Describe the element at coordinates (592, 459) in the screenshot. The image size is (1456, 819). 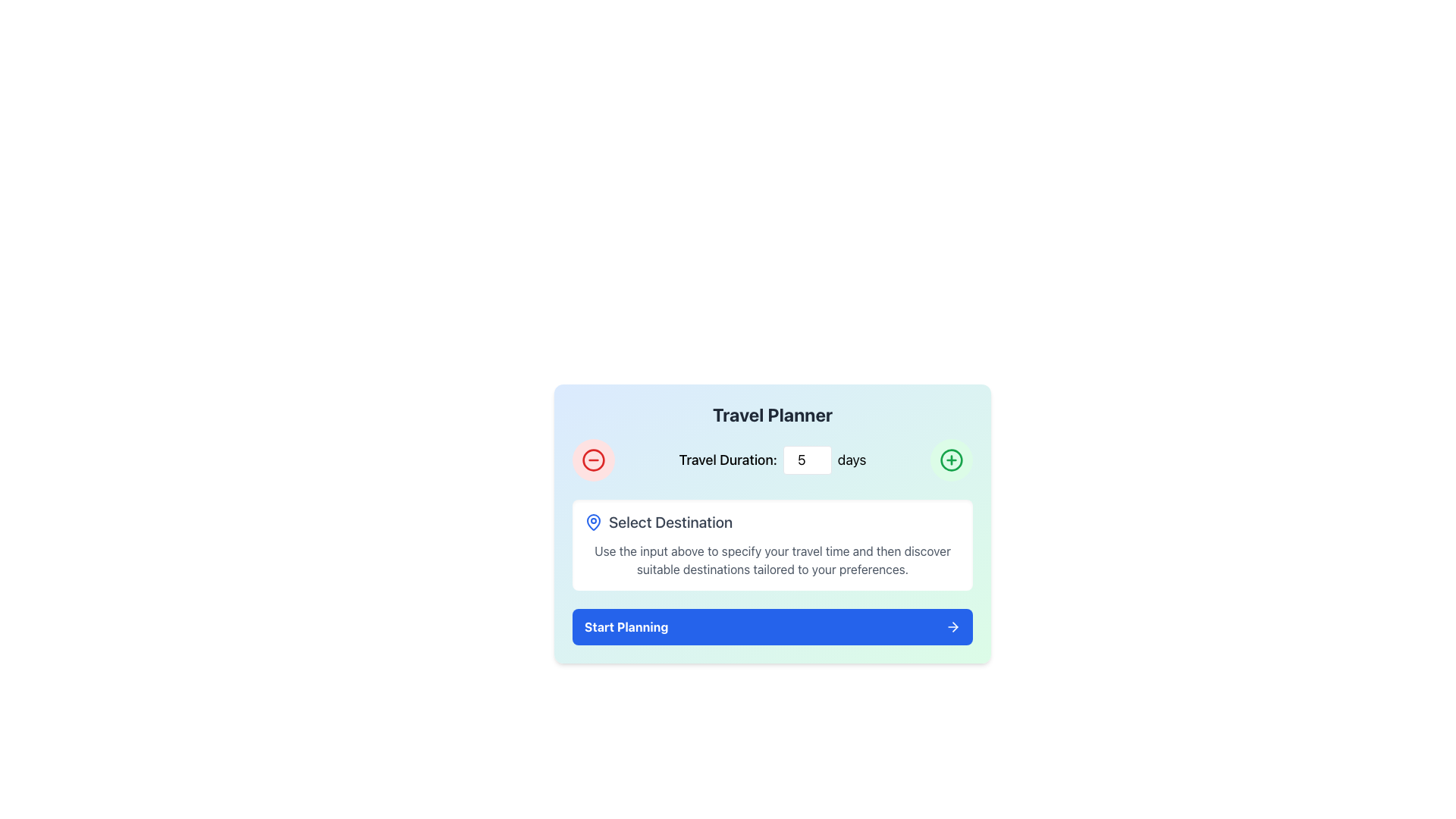
I see `the circular button to the left of the 'Travel Duration:' input field in the 'Travel Planner' card interface to decrement the value` at that location.